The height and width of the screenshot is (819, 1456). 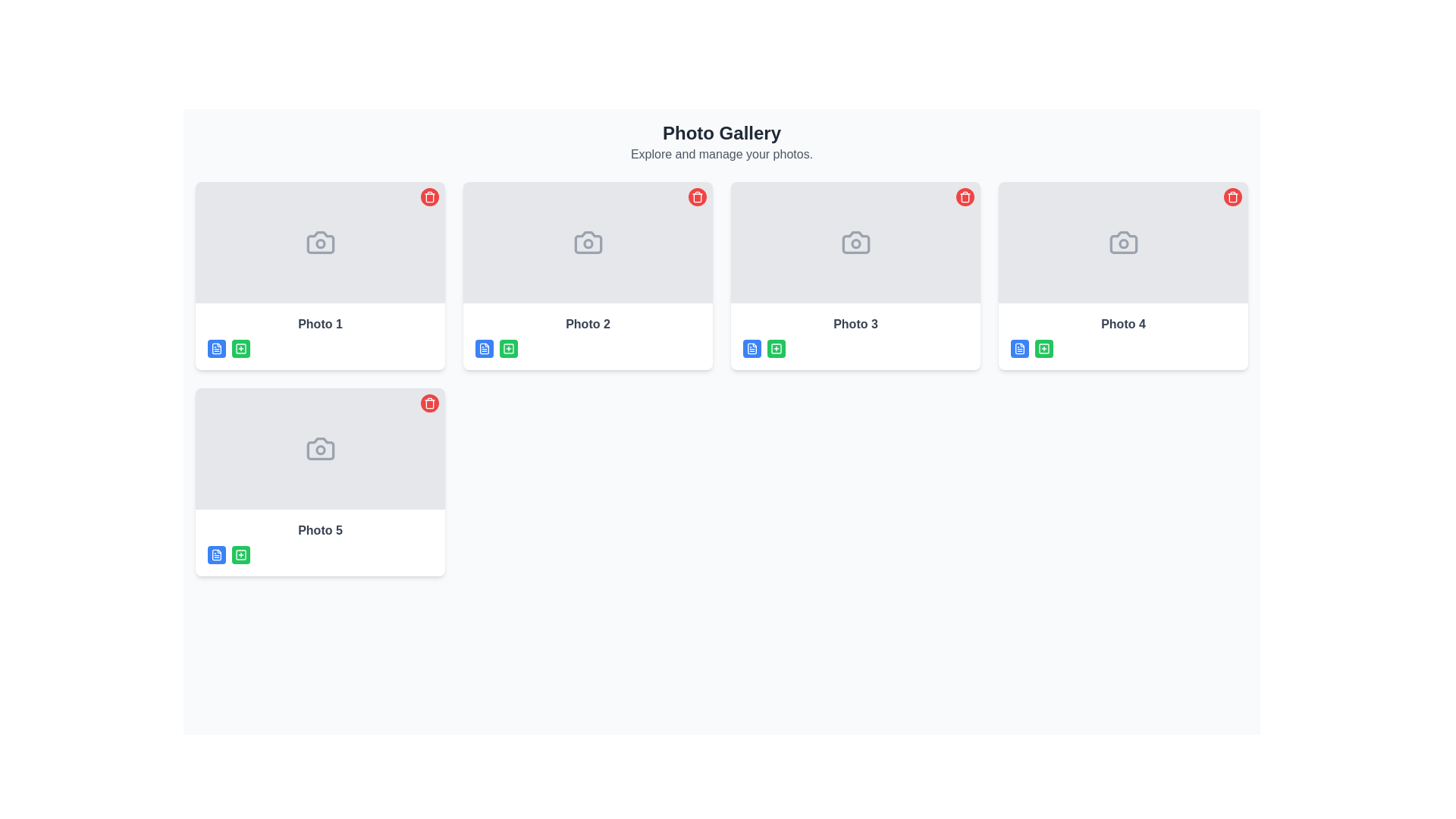 I want to click on the square icon with rounded corners located under the photo preview area for 'Photo 3', so click(x=776, y=348).